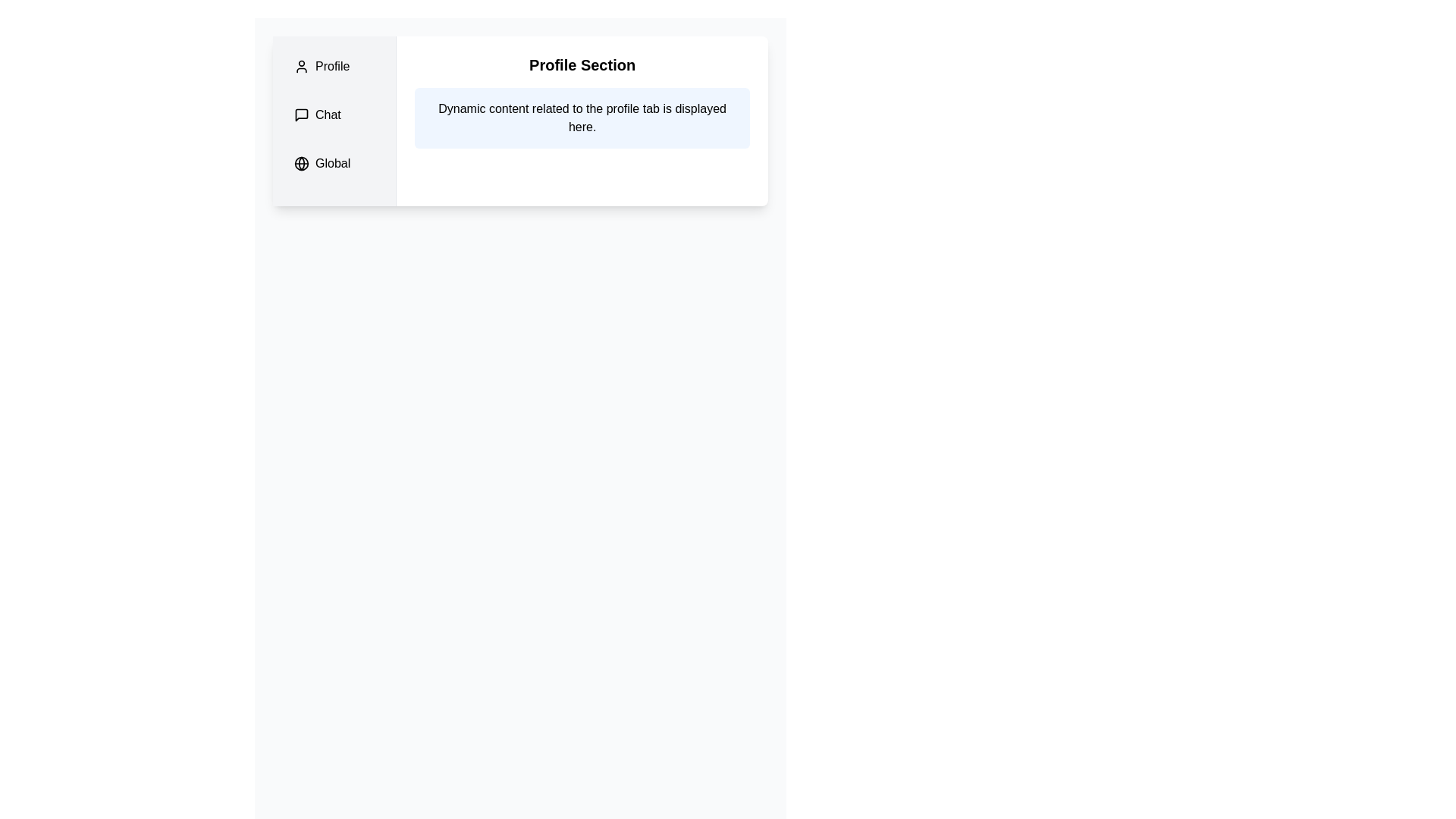  Describe the element at coordinates (302, 164) in the screenshot. I see `the globe icon located in the leftmost vertical navigation bar, which is the third icon below the 'Chat' label and above the 'Global' text` at that location.